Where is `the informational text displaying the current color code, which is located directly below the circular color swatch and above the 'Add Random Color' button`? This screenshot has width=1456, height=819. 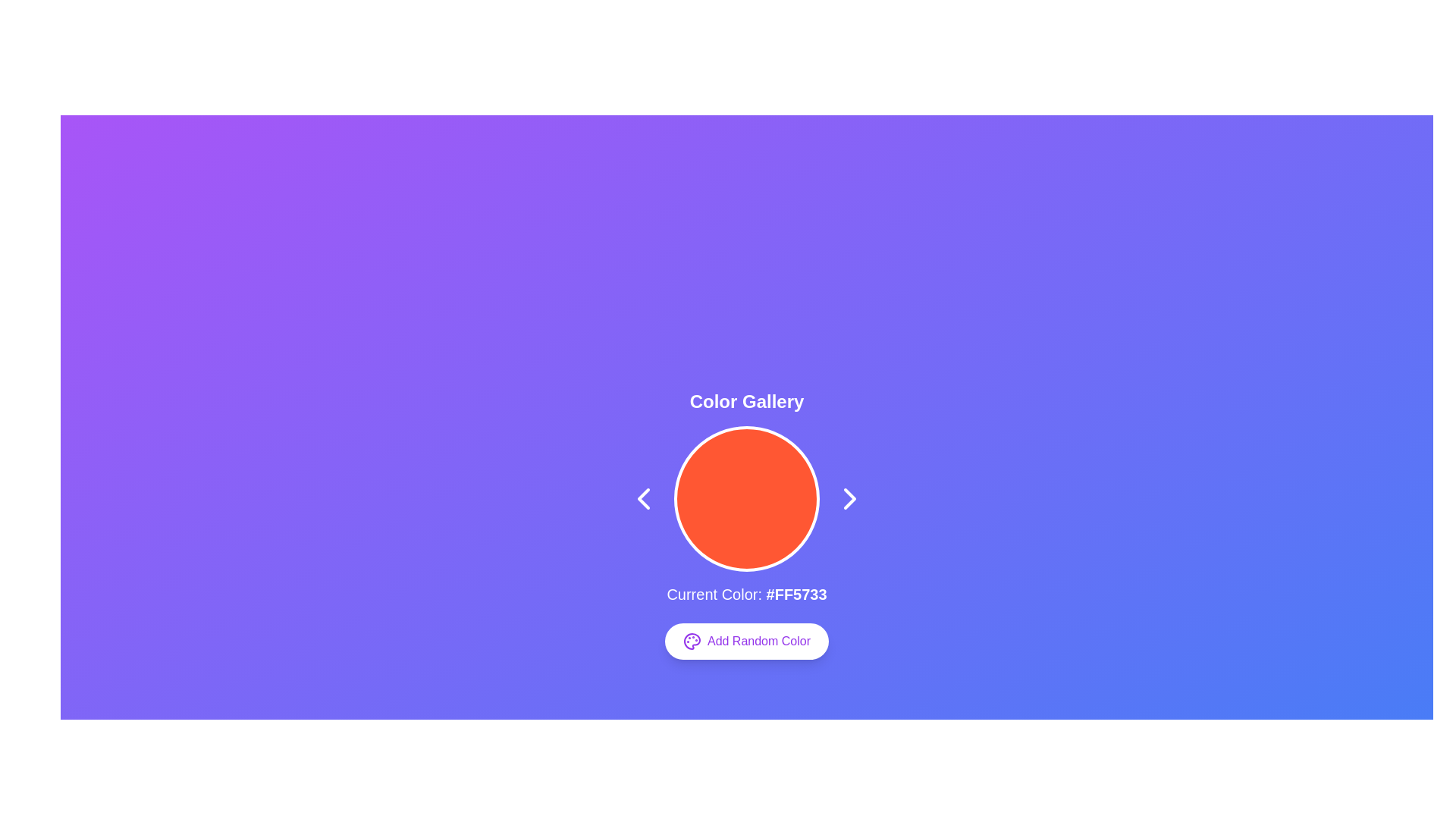 the informational text displaying the current color code, which is located directly below the circular color swatch and above the 'Add Random Color' button is located at coordinates (746, 593).